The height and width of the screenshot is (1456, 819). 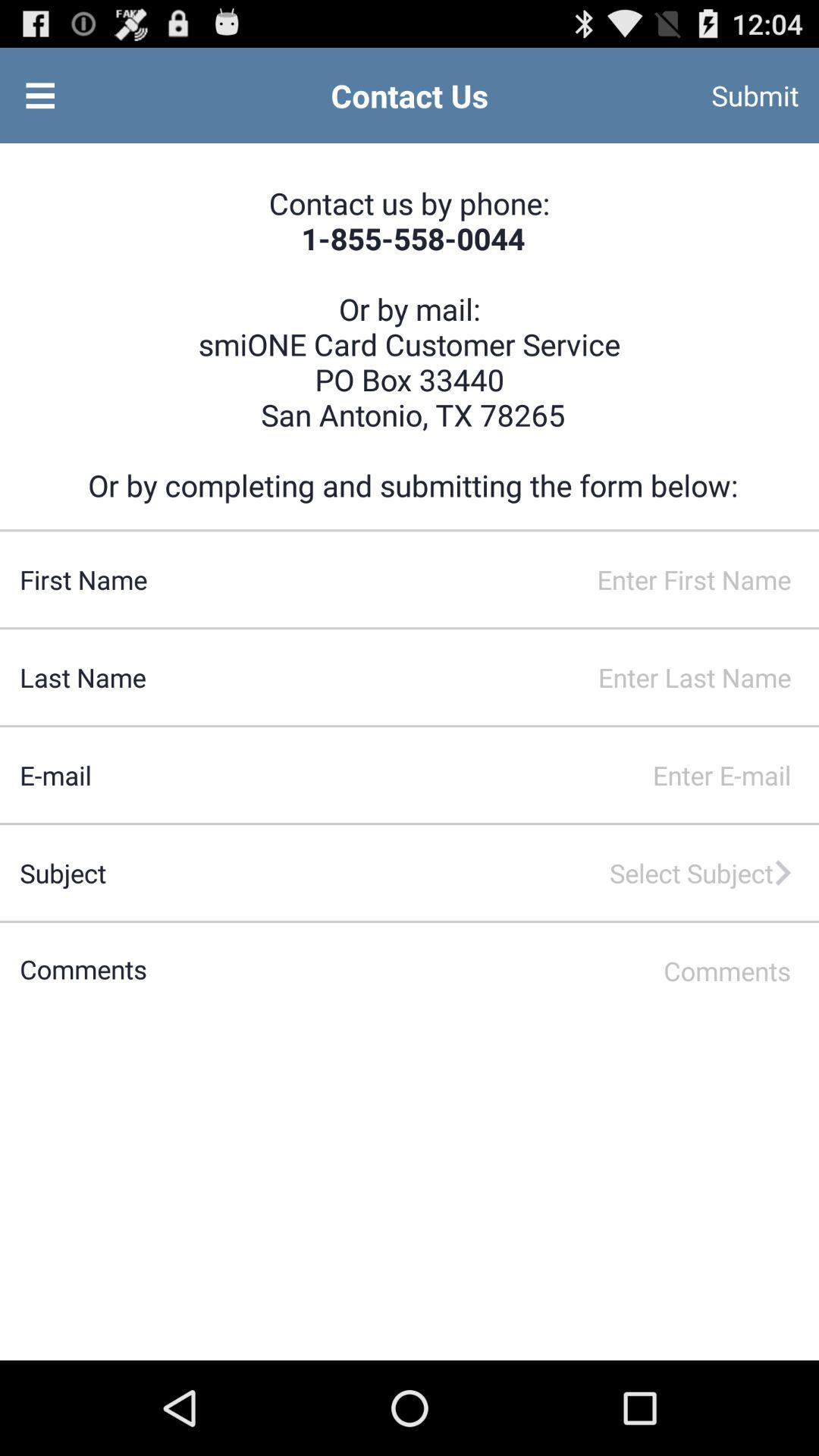 I want to click on the comments field, so click(x=483, y=971).